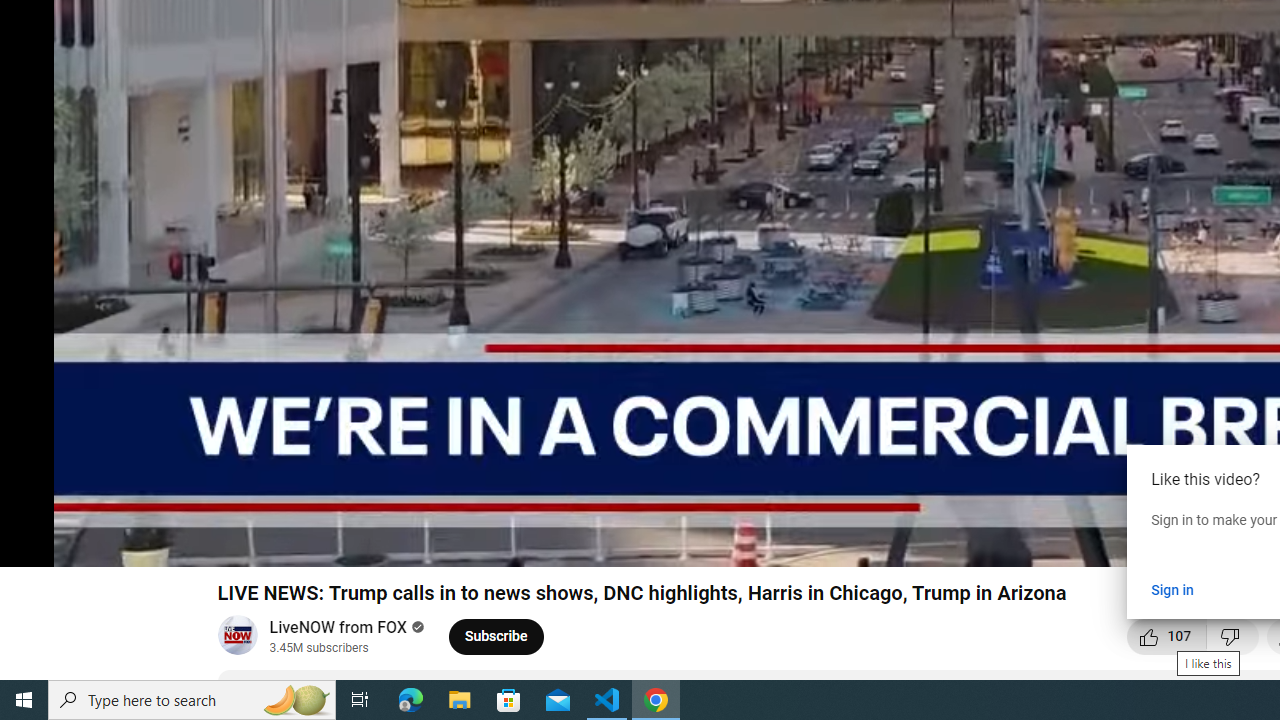  Describe the element at coordinates (496, 636) in the screenshot. I see `'Subscribe to LiveNOW from FOX.'` at that location.